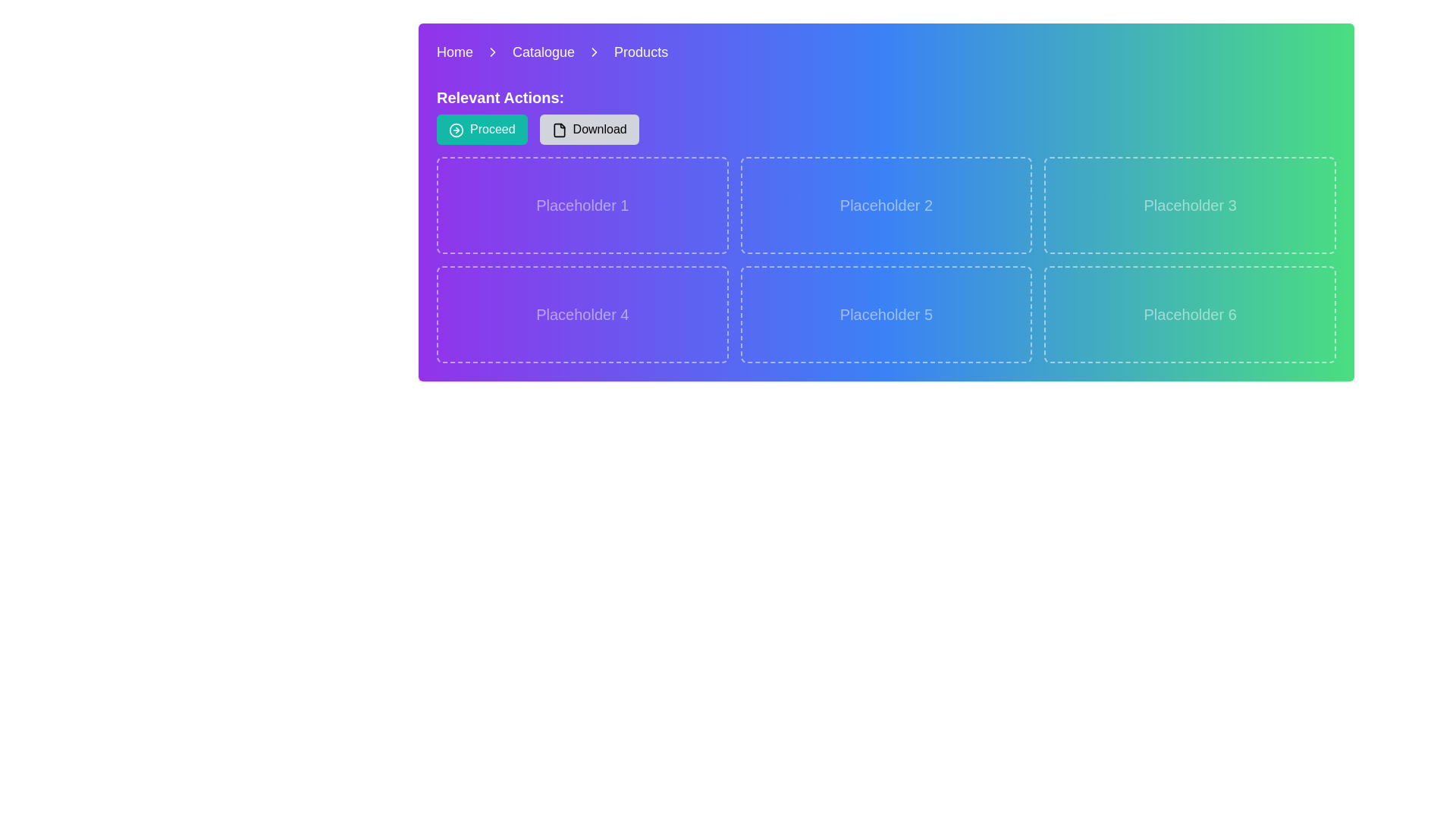 The height and width of the screenshot is (819, 1456). Describe the element at coordinates (558, 129) in the screenshot. I see `the file icon symbolizing a file or document, located between the 'Proceed' and 'Download' buttons` at that location.